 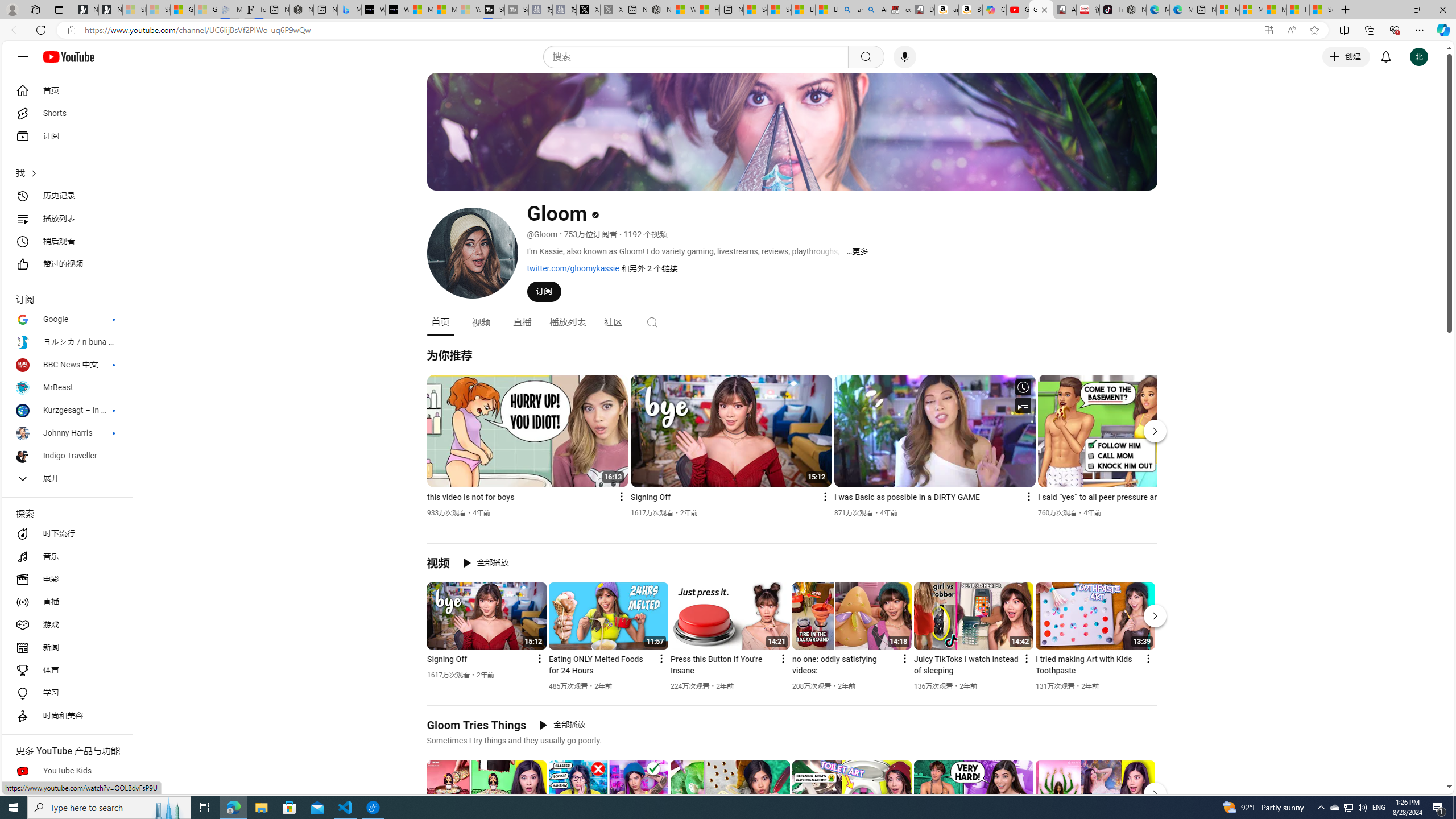 I want to click on 'App available. Install YouTube', so click(x=1268, y=30).